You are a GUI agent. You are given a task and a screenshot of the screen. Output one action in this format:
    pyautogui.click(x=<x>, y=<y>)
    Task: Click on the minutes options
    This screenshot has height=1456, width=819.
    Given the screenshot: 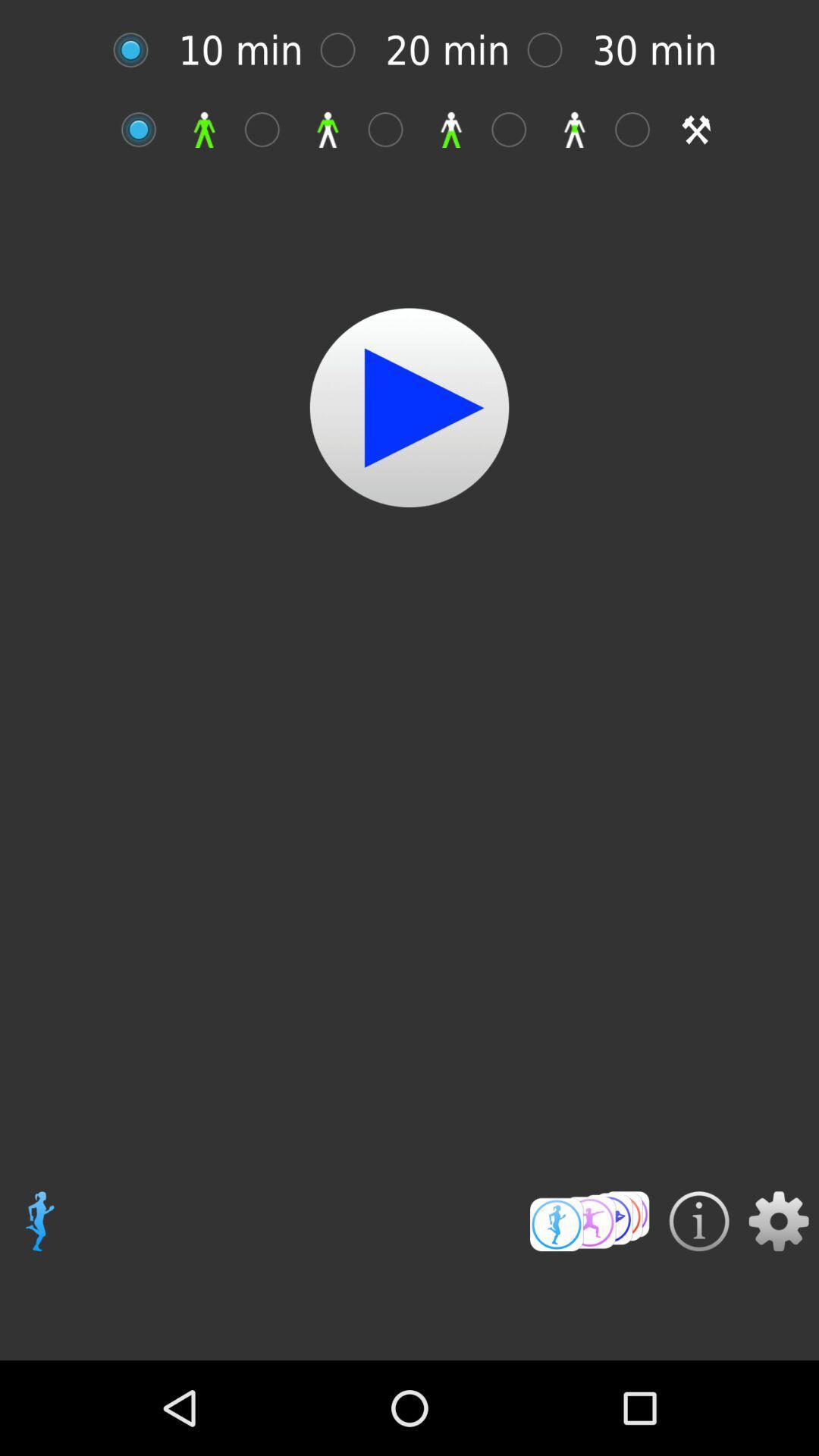 What is the action you would take?
    pyautogui.click(x=345, y=50)
    